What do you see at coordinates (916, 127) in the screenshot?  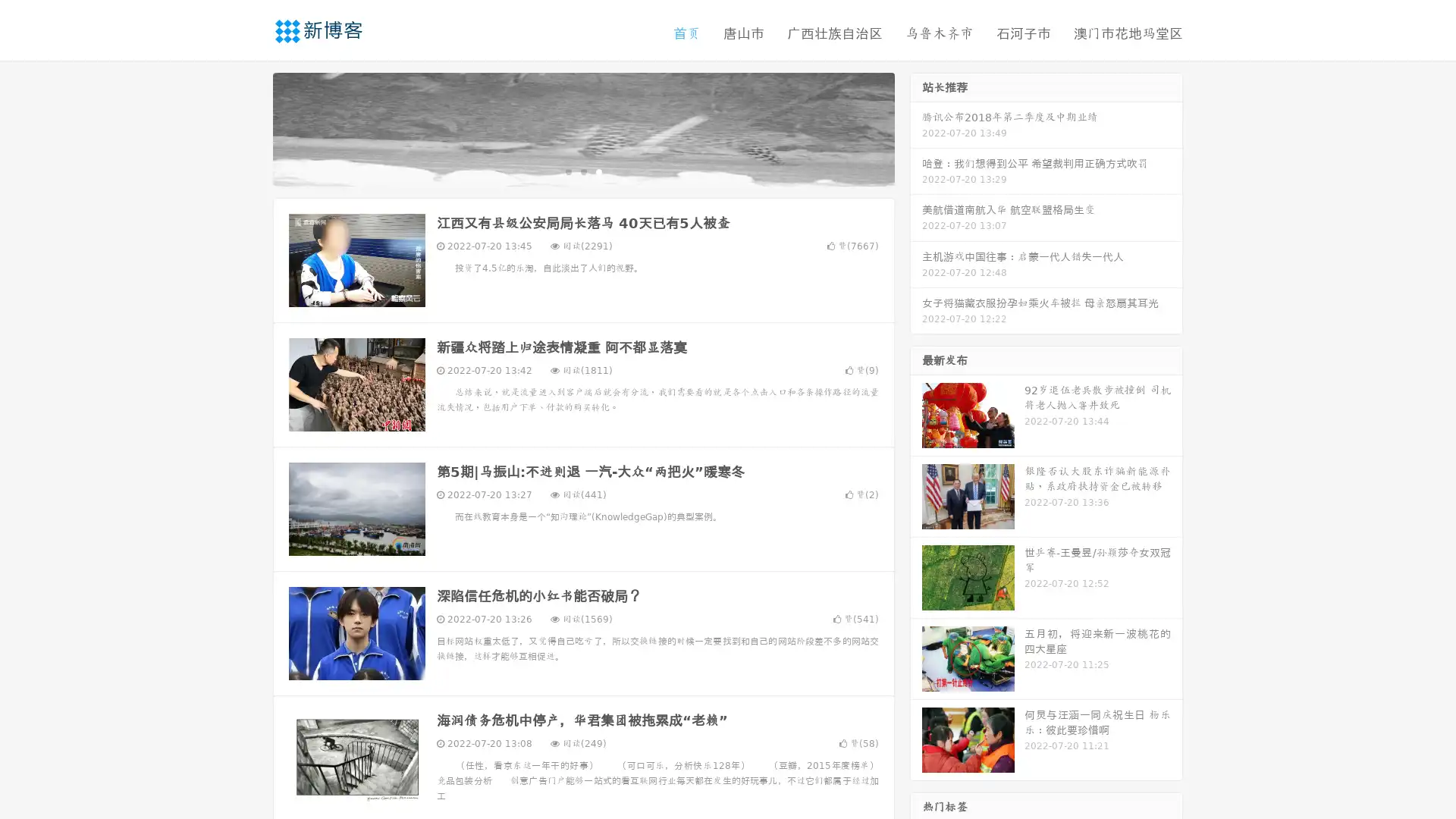 I see `Next slide` at bounding box center [916, 127].